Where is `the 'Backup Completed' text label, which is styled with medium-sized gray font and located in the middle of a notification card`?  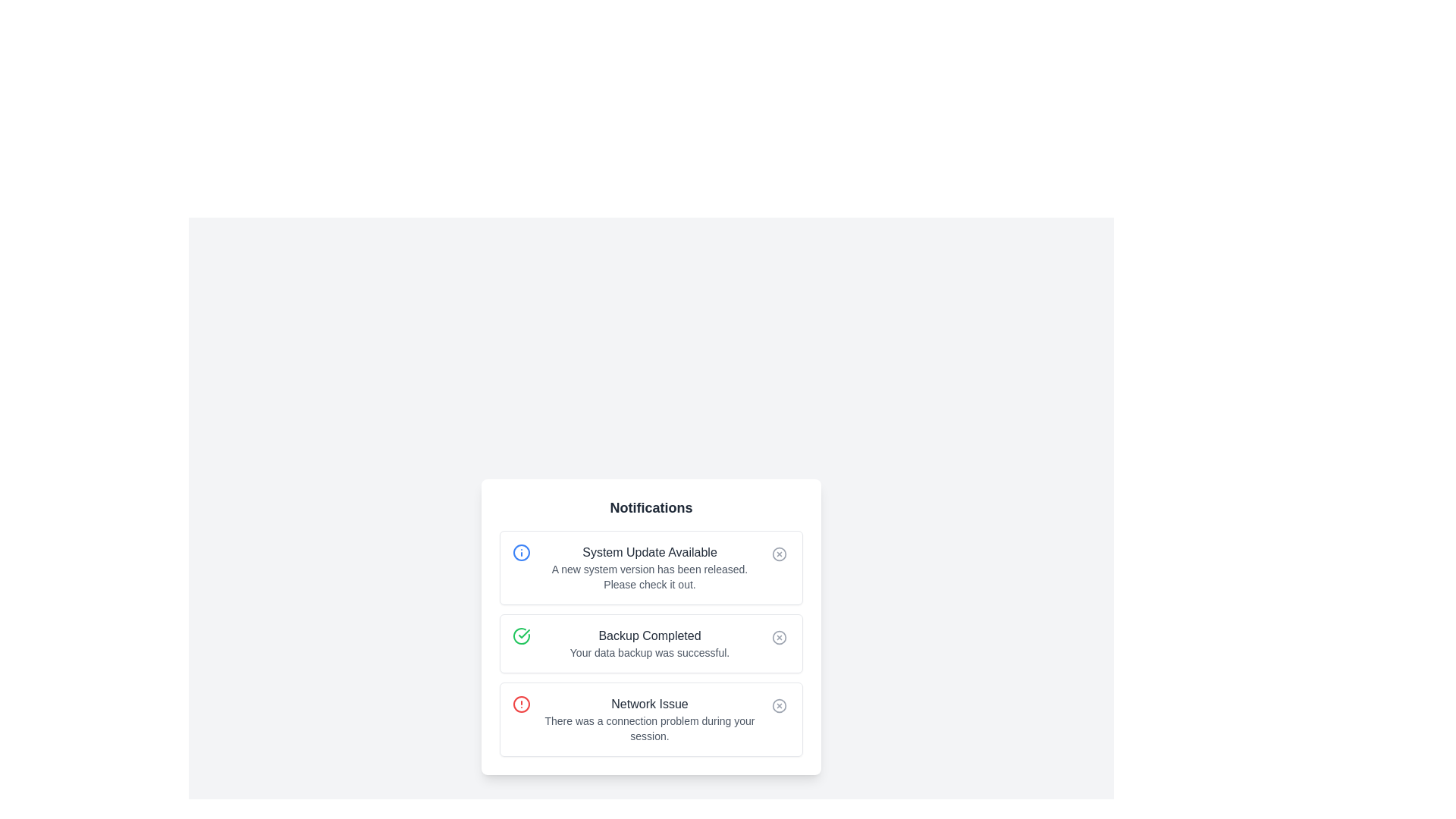
the 'Backup Completed' text label, which is styled with medium-sized gray font and located in the middle of a notification card is located at coordinates (650, 636).